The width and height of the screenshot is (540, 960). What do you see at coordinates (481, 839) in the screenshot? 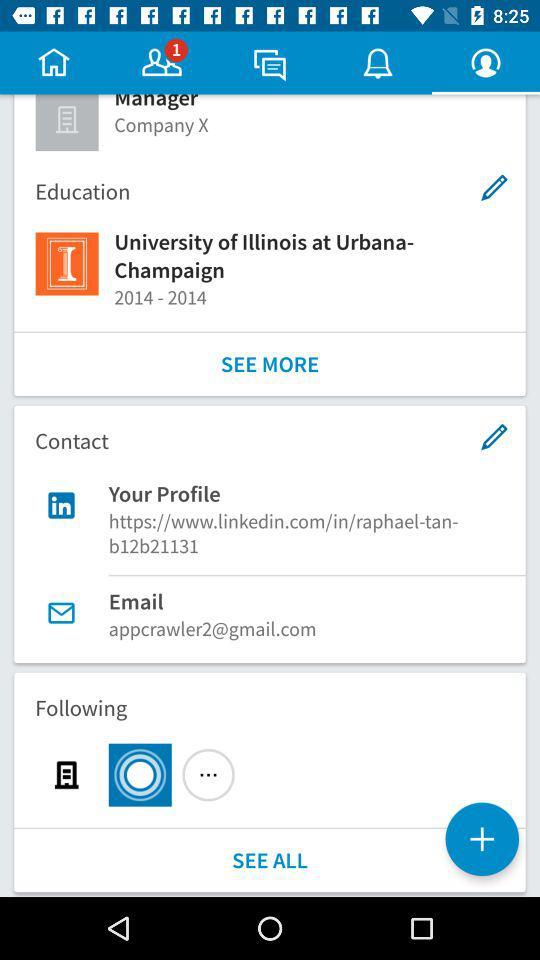
I see `icon at the bottom right corner` at bounding box center [481, 839].